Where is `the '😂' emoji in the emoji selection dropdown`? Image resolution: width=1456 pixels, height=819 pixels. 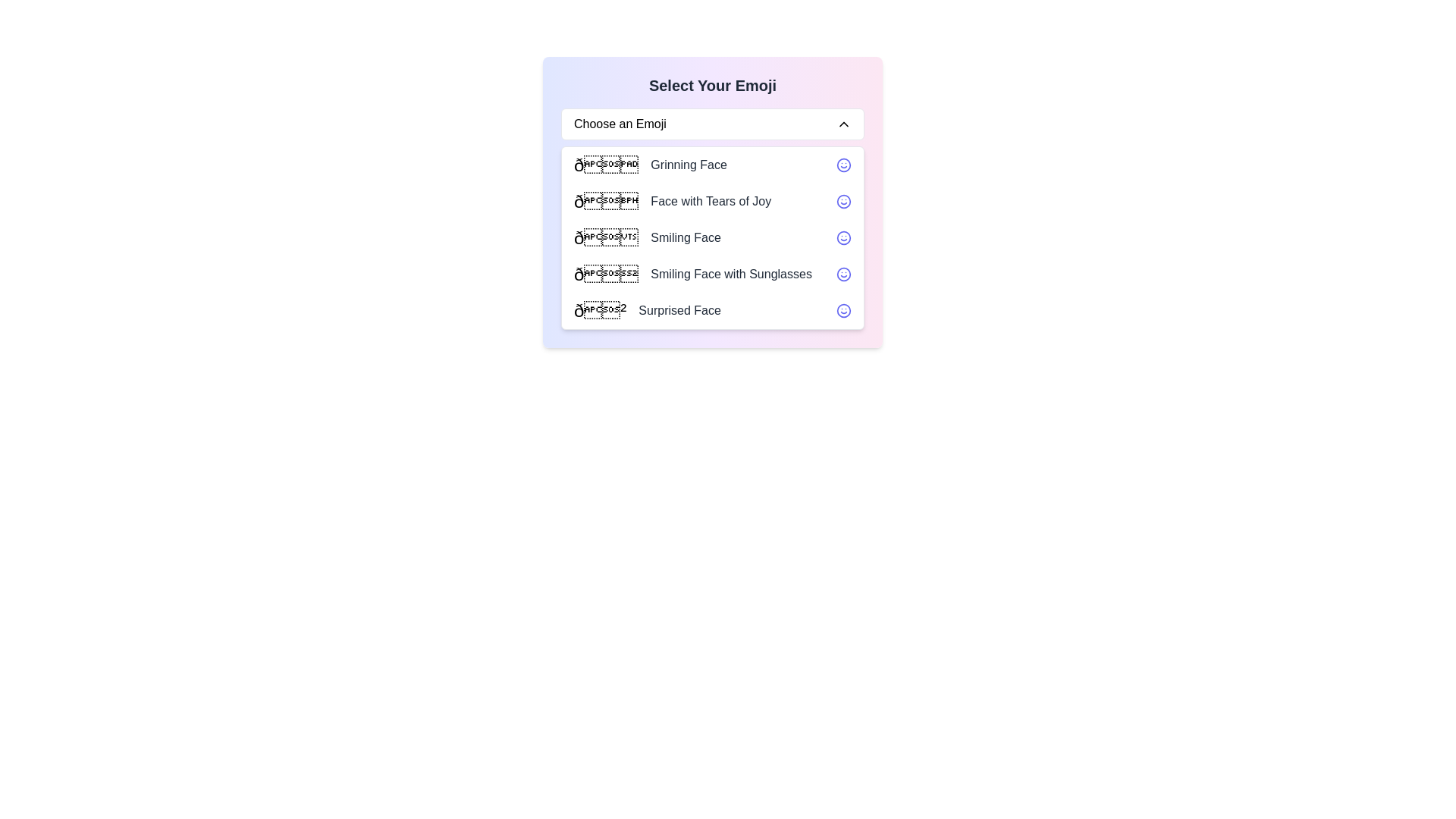
the '😂' emoji in the emoji selection dropdown is located at coordinates (605, 201).